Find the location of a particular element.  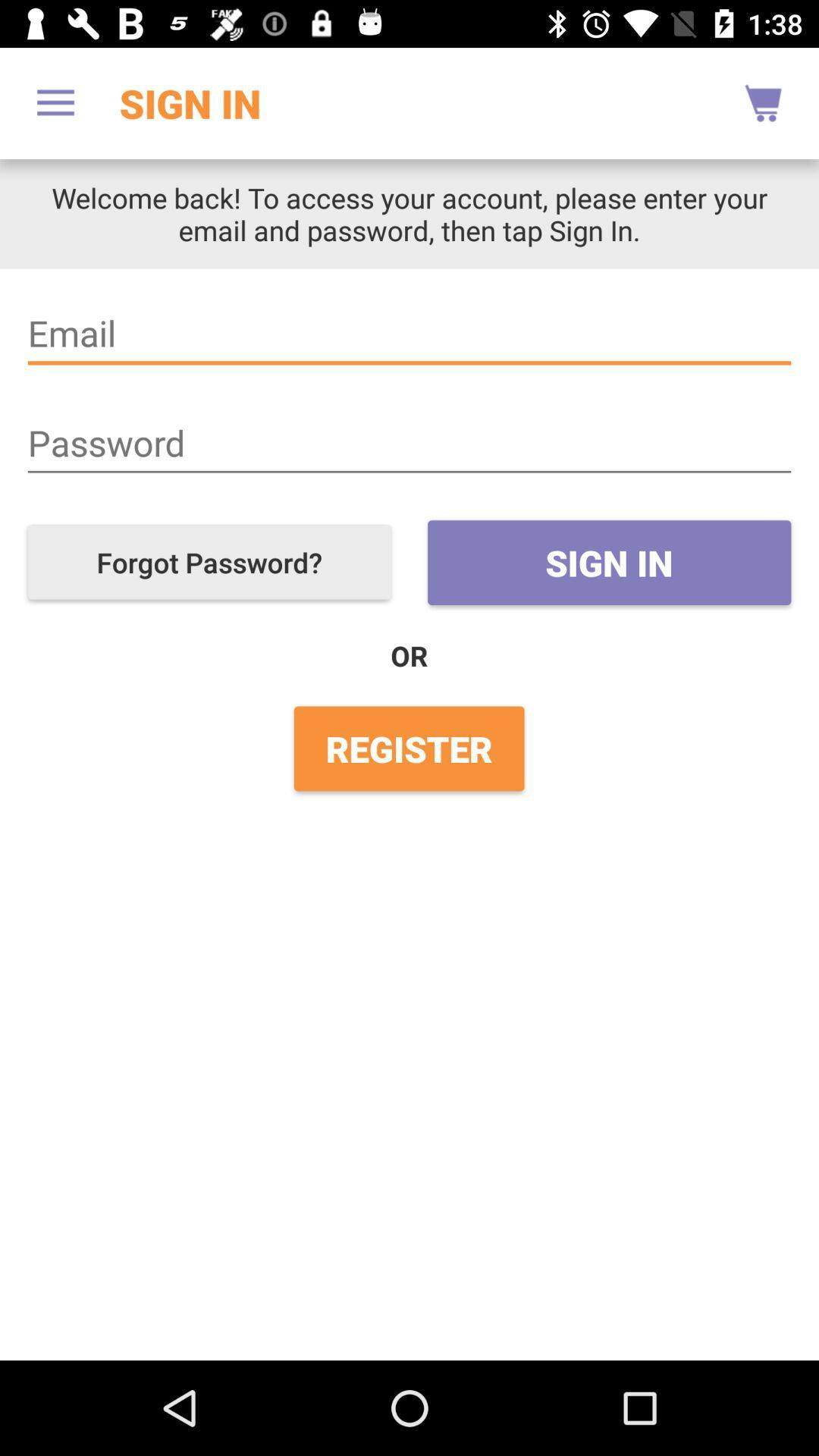

the forgot password? item is located at coordinates (209, 561).